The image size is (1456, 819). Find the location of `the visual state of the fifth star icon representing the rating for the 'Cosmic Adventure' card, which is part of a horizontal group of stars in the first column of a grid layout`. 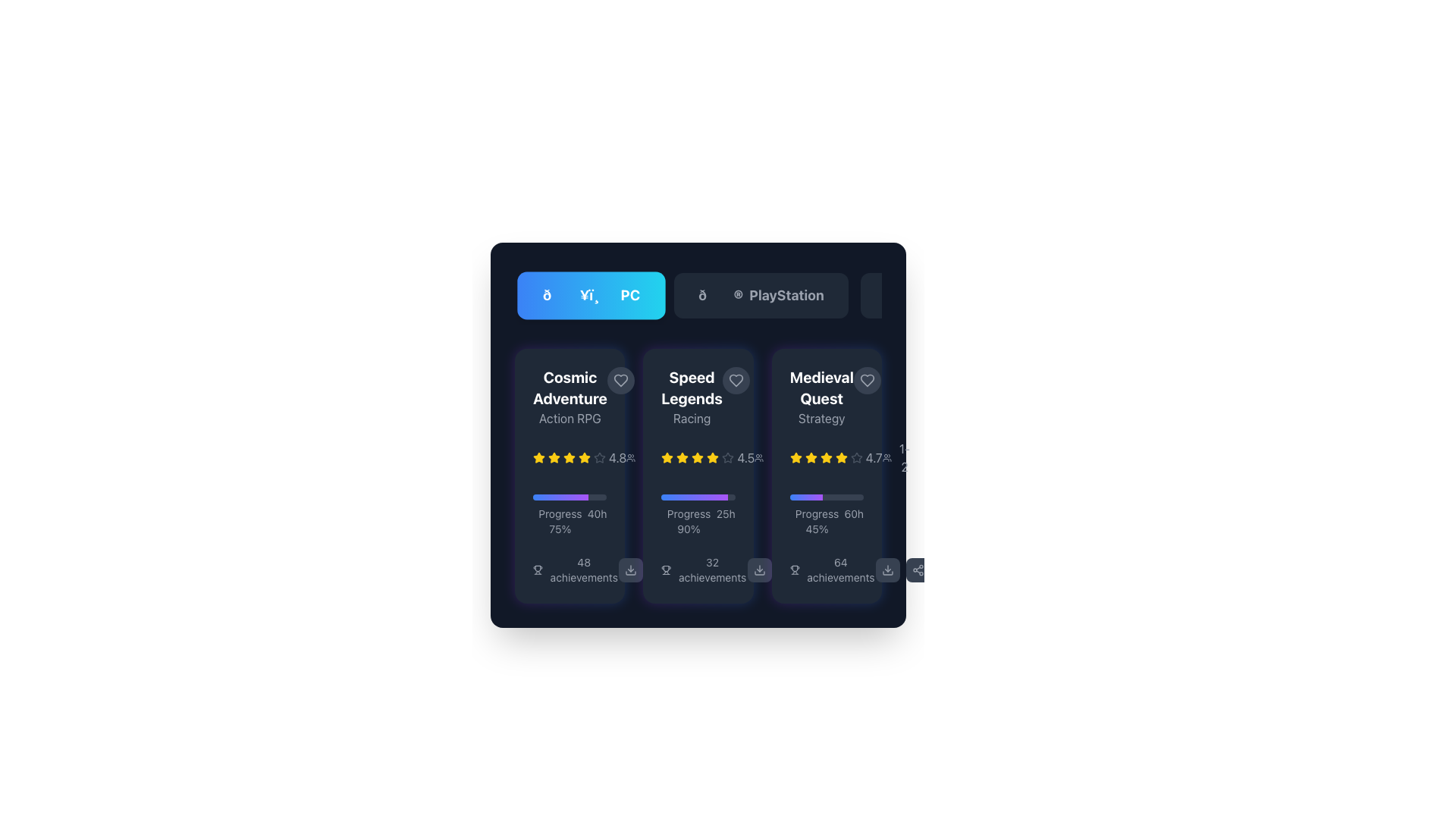

the visual state of the fifth star icon representing the rating for the 'Cosmic Adventure' card, which is part of a horizontal group of stars in the first column of a grid layout is located at coordinates (568, 457).